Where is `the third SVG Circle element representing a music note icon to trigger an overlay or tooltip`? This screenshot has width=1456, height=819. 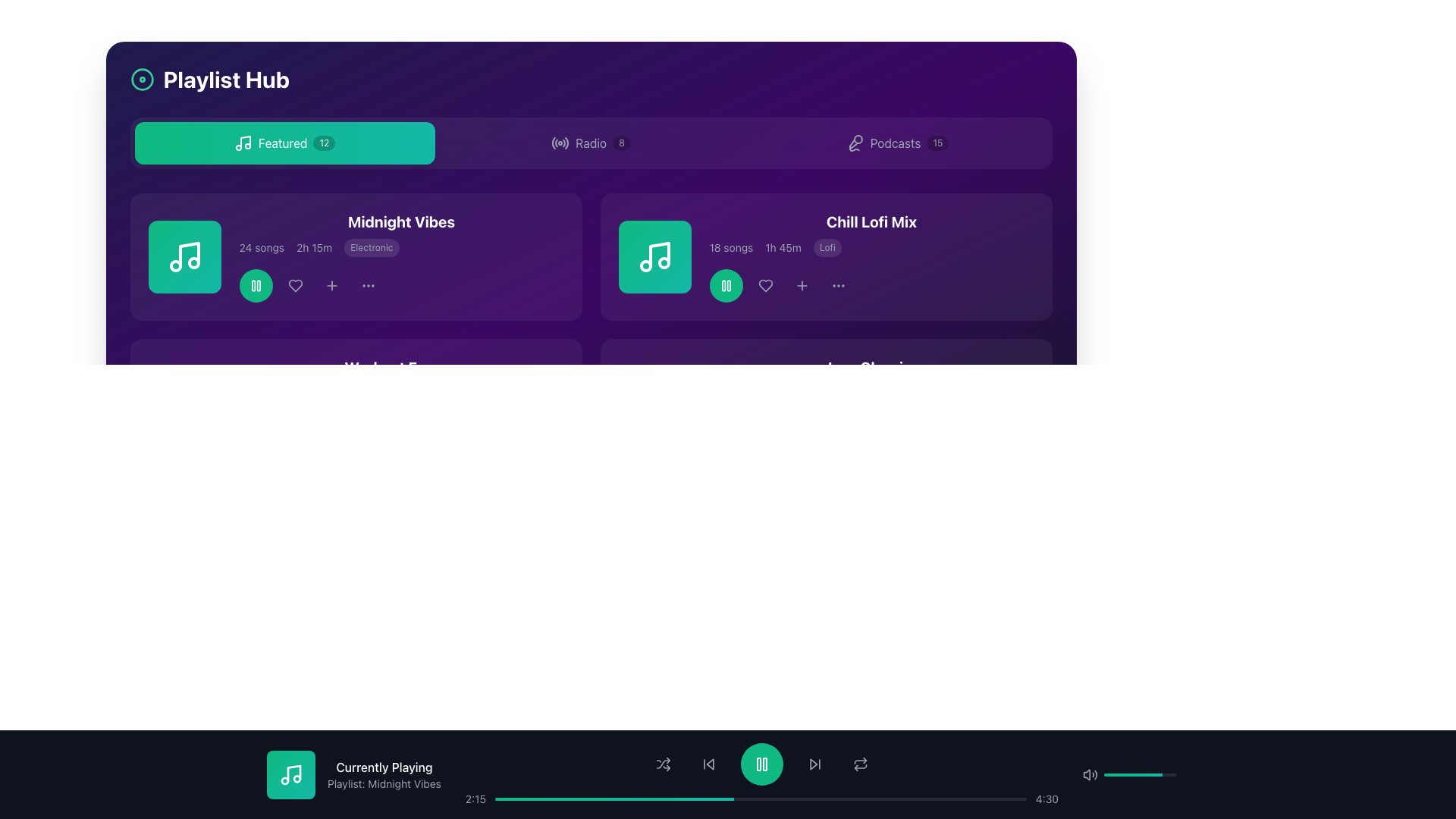
the third SVG Circle element representing a music note icon to trigger an overlay or tooltip is located at coordinates (193, 262).